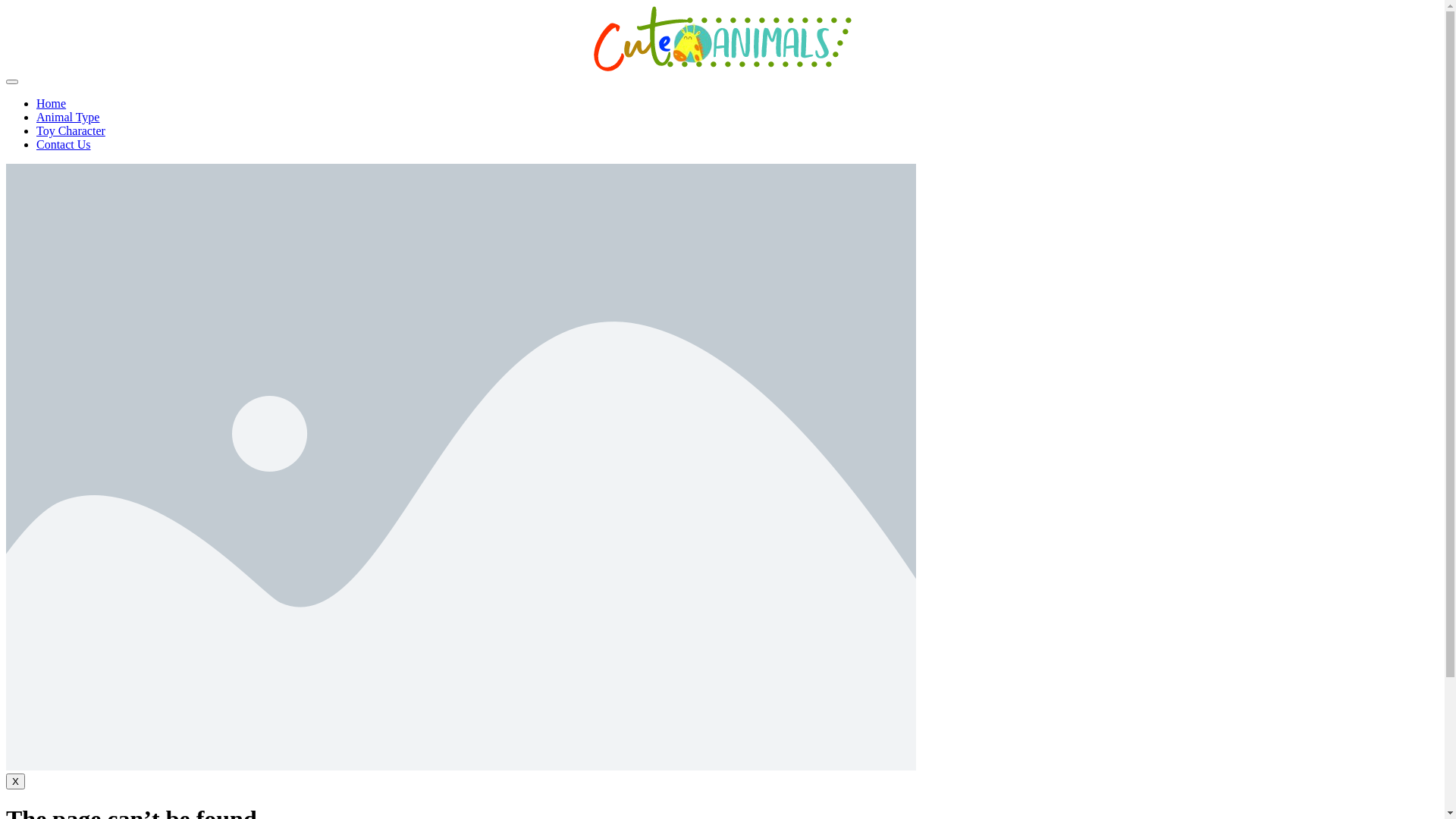 The image size is (1456, 819). What do you see at coordinates (15, 781) in the screenshot?
I see `'X'` at bounding box center [15, 781].